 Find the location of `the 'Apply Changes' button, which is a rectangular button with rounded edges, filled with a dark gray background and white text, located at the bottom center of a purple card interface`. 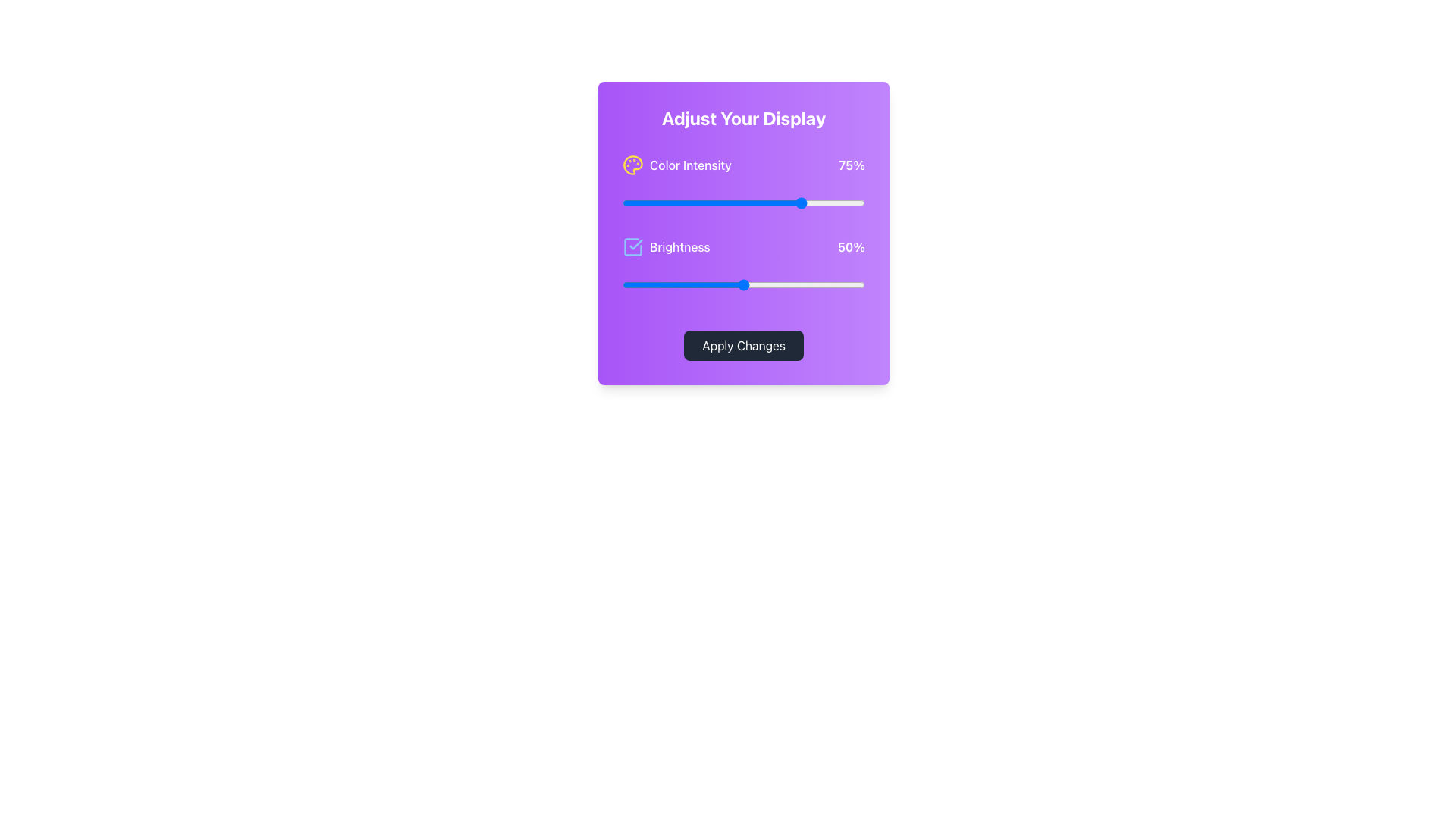

the 'Apply Changes' button, which is a rectangular button with rounded edges, filled with a dark gray background and white text, located at the bottom center of a purple card interface is located at coordinates (743, 345).